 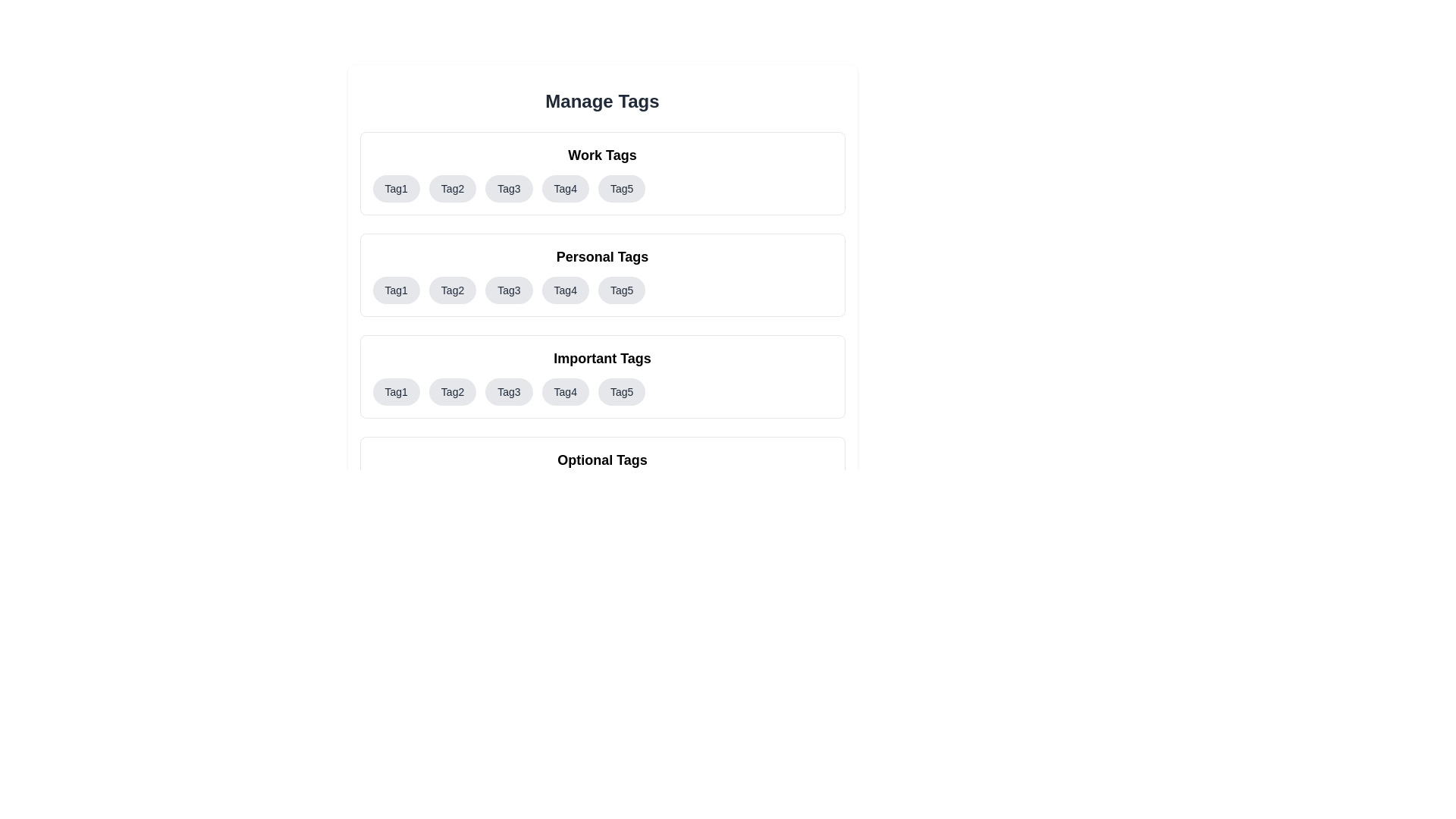 What do you see at coordinates (564, 290) in the screenshot?
I see `the button labeled 'Tag4', which is the fourth button in the horizontal row of 'Tag' buttons under the 'Personal Tags' section` at bounding box center [564, 290].